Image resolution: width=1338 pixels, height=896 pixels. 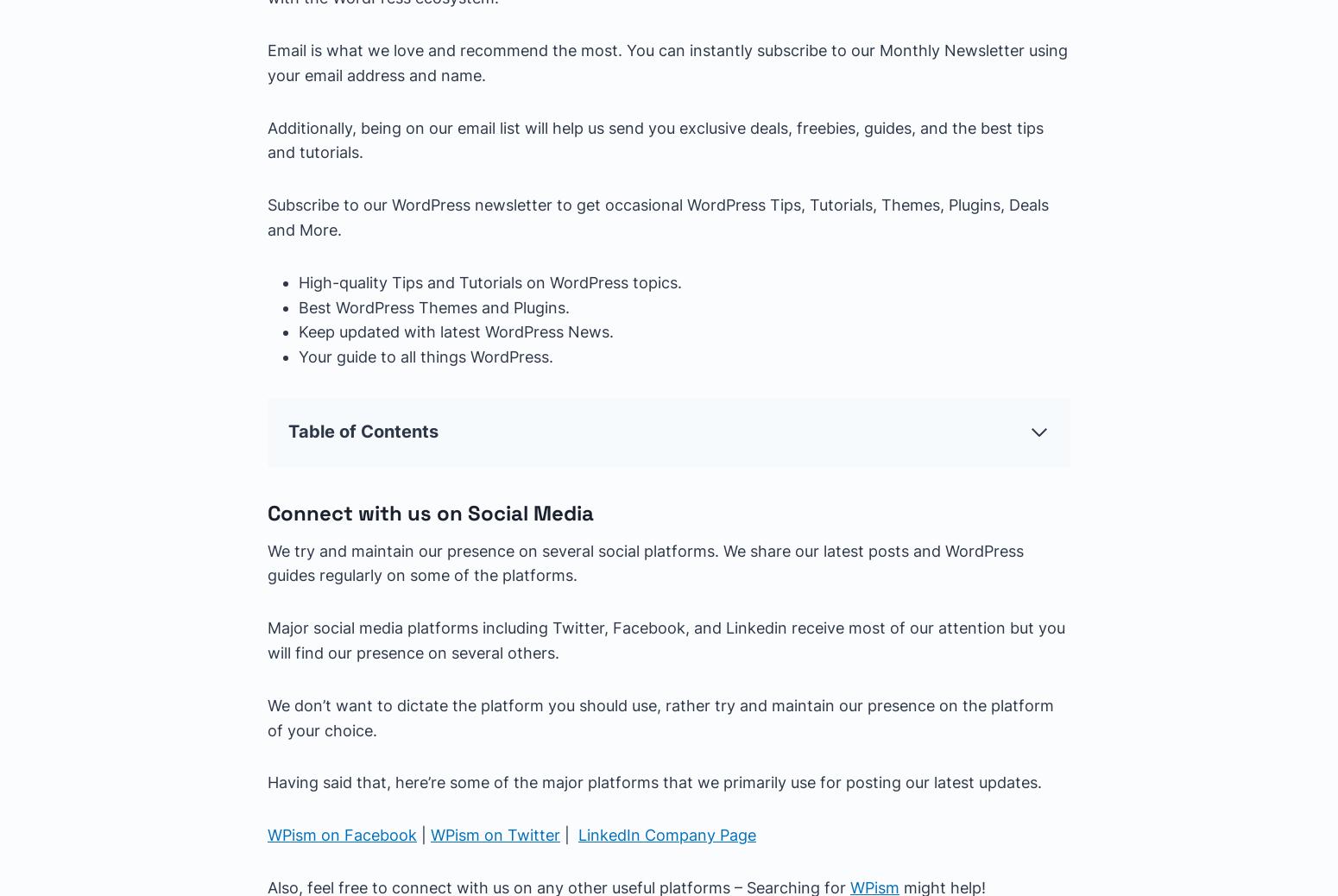 I want to click on 'Connect with us on Social Media', so click(x=429, y=511).